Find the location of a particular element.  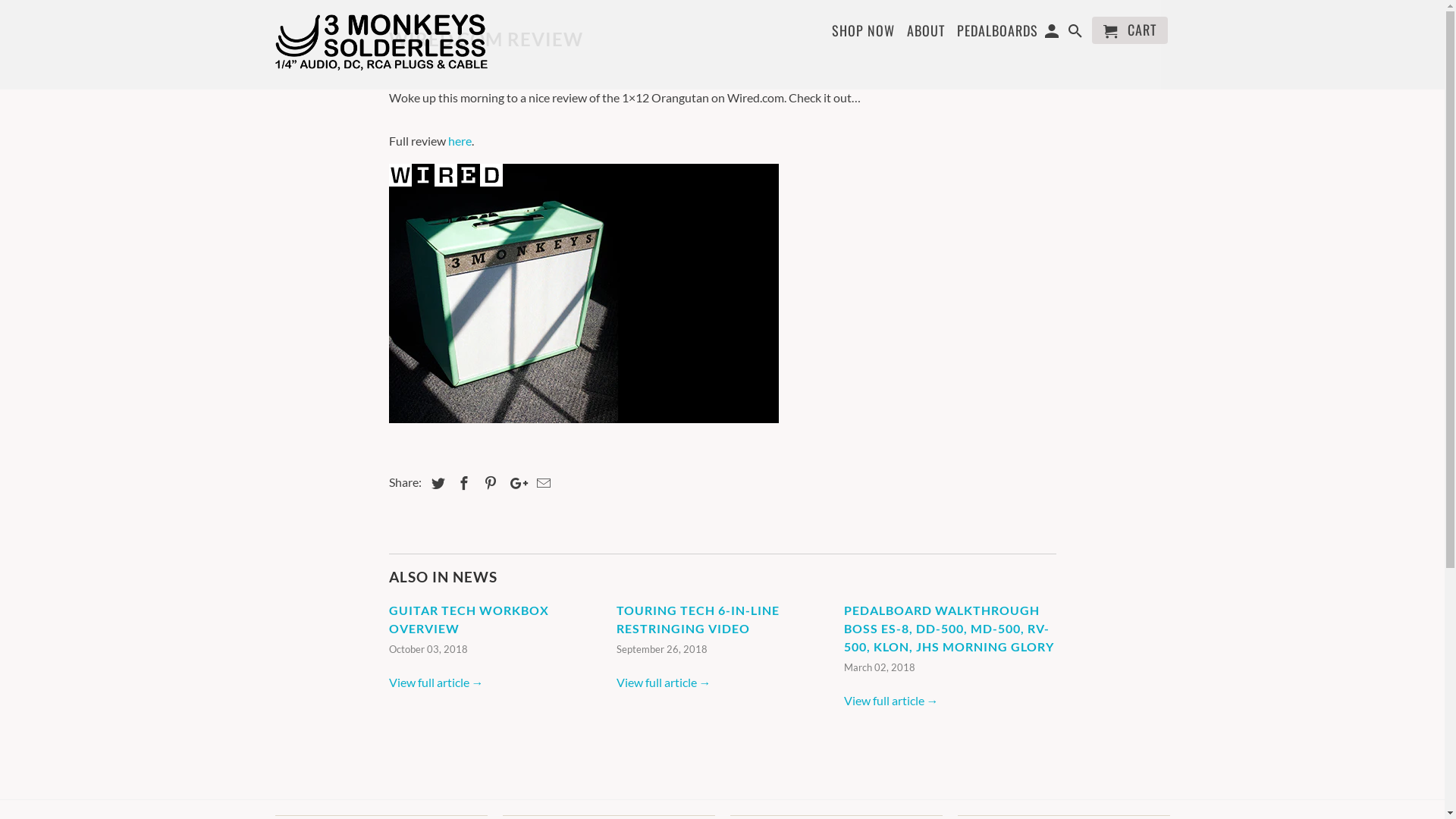

'3Monkeys Solderless' is located at coordinates (381, 40).